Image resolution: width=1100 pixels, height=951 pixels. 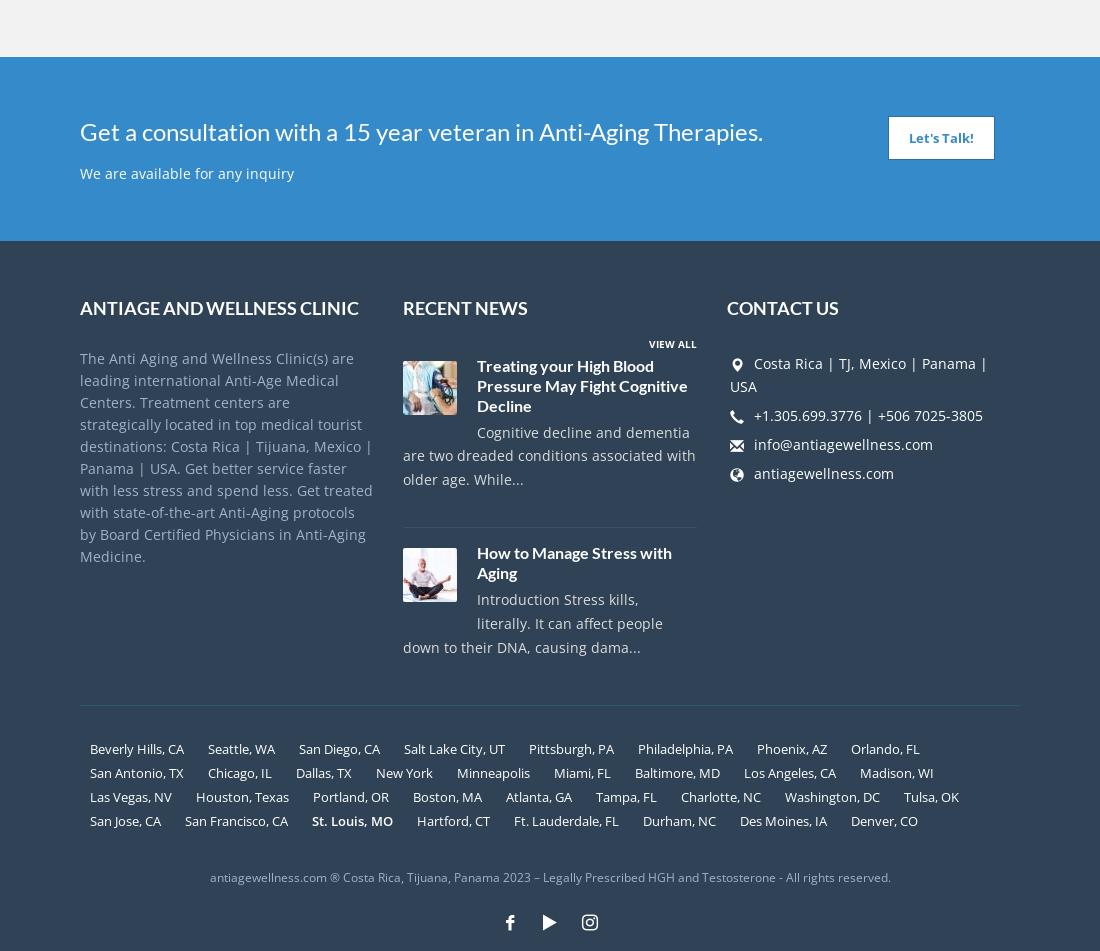 What do you see at coordinates (849, 819) in the screenshot?
I see `'Denver, CO'` at bounding box center [849, 819].